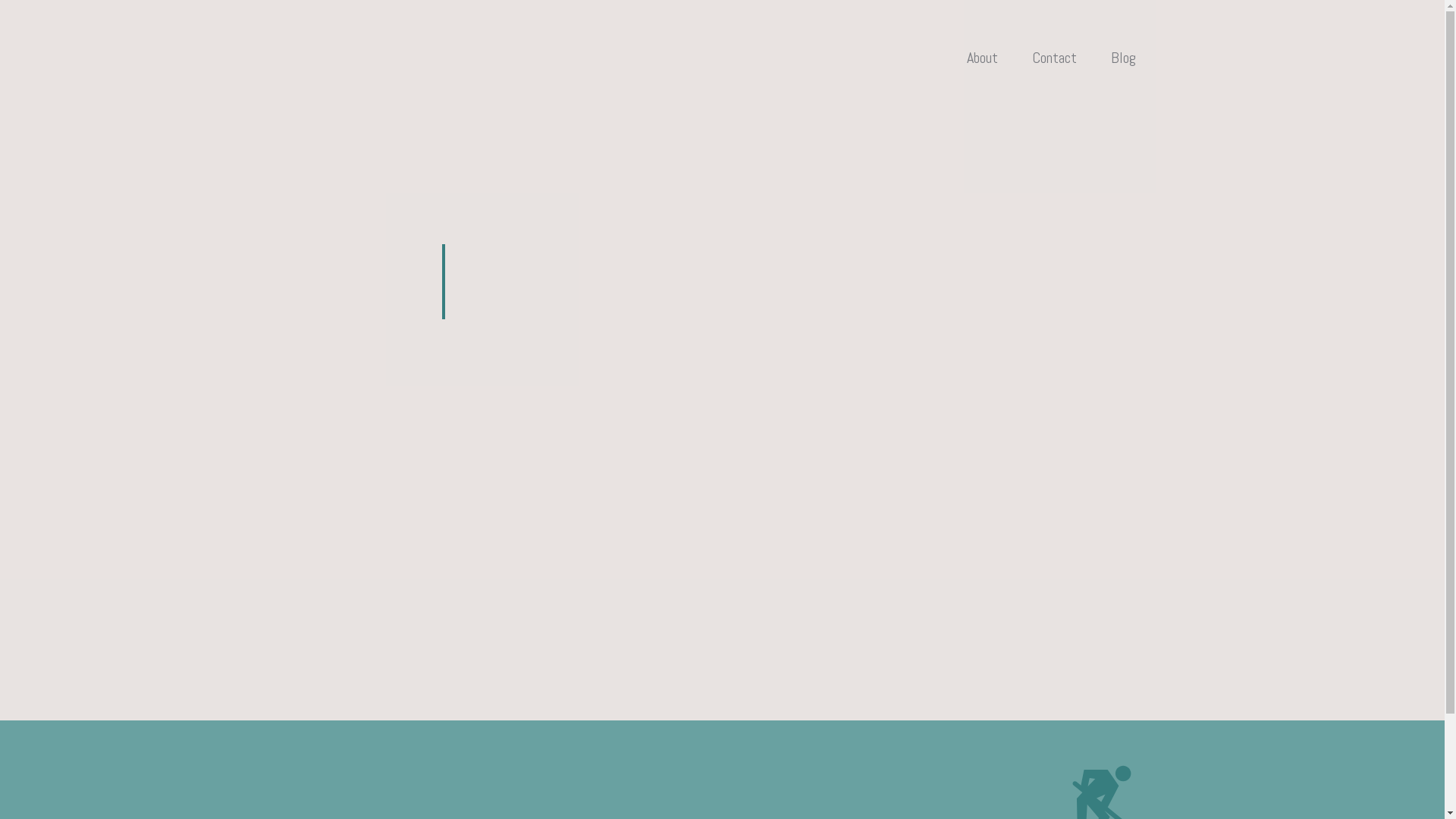 The height and width of the screenshot is (819, 1456). I want to click on 'About', so click(981, 57).